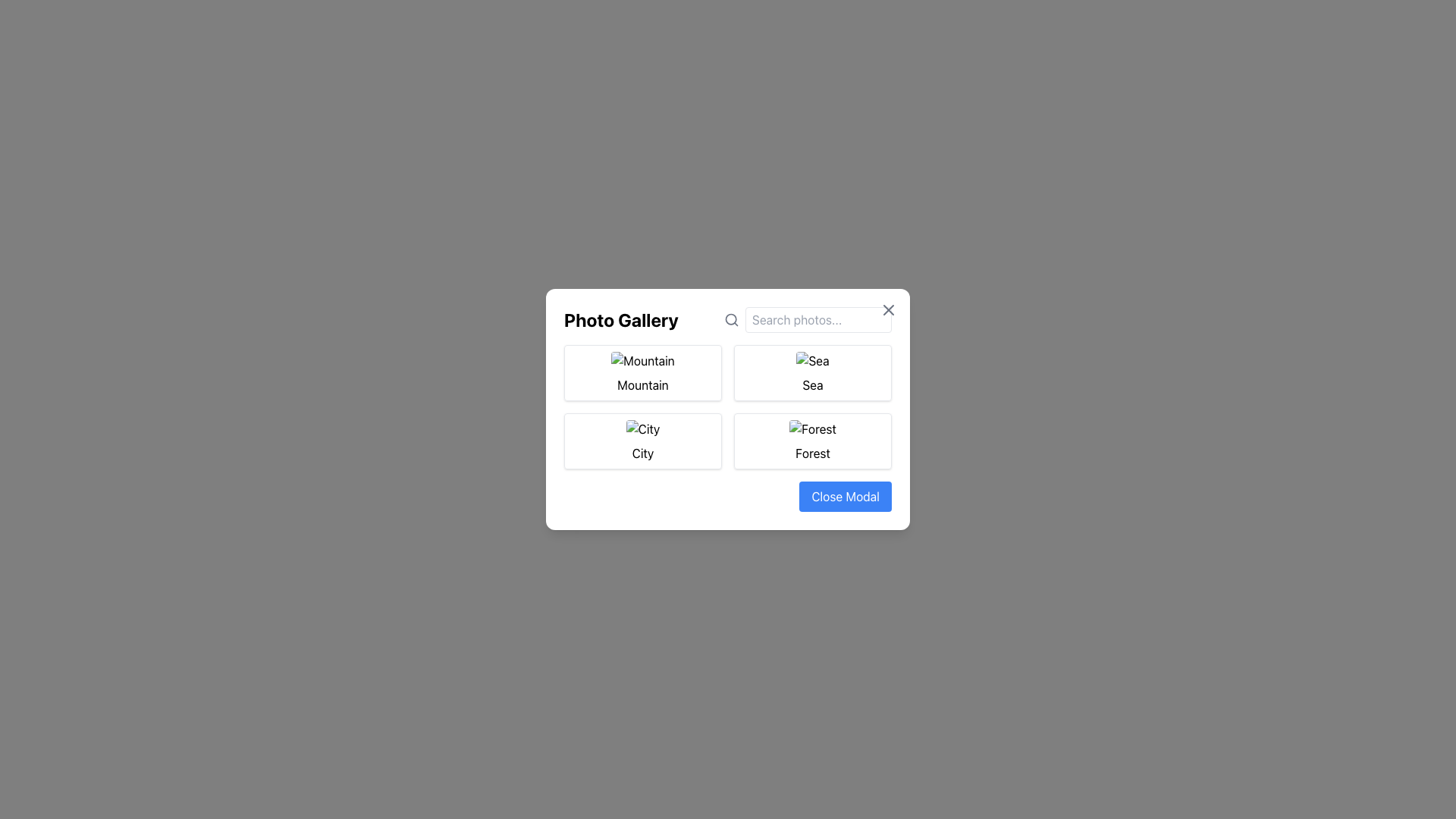  Describe the element at coordinates (845, 497) in the screenshot. I see `the close button located in the lower right corner of the modal dialog to change its background color` at that location.